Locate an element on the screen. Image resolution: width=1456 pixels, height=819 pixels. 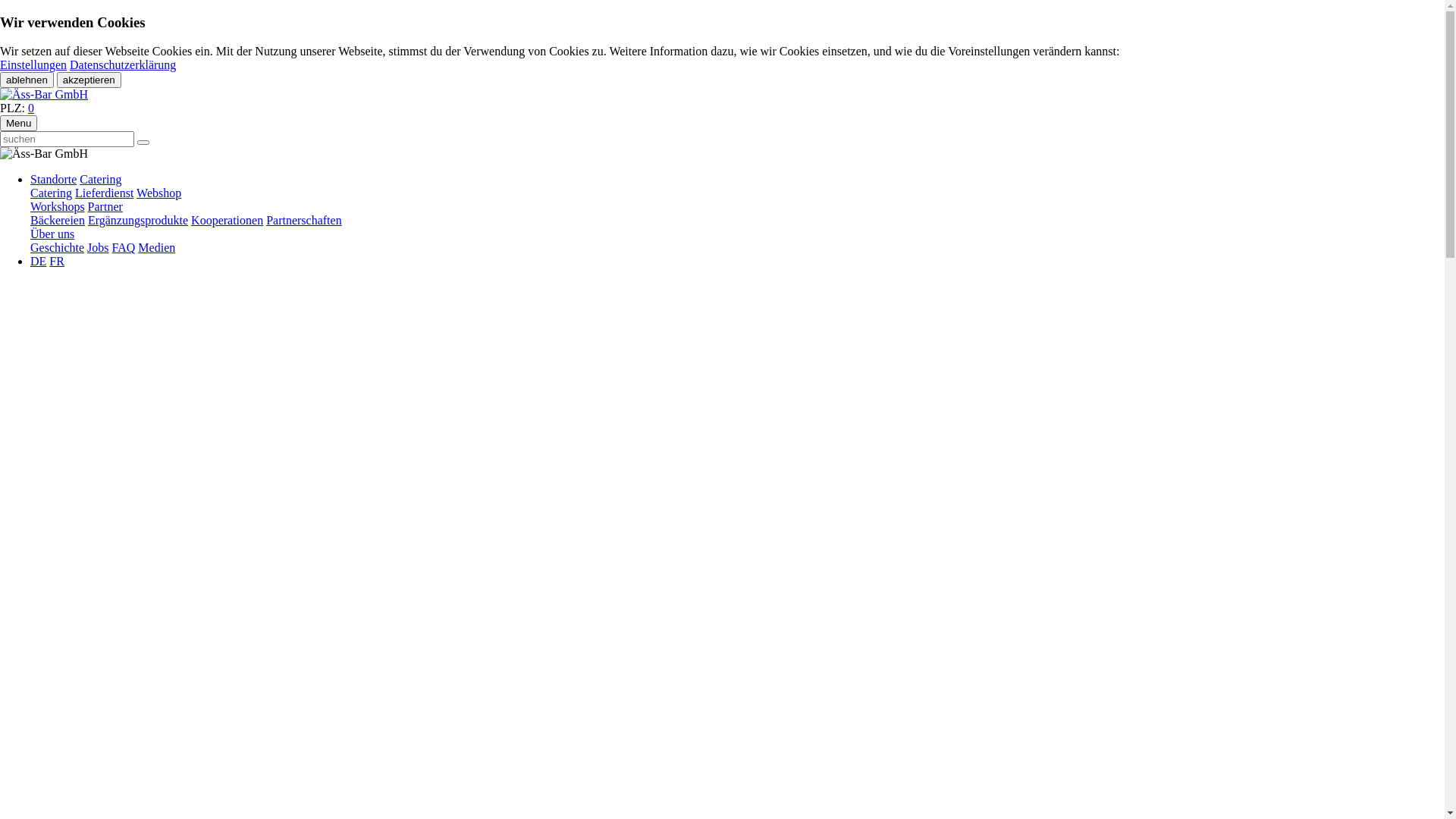
'Catering' is located at coordinates (51, 192).